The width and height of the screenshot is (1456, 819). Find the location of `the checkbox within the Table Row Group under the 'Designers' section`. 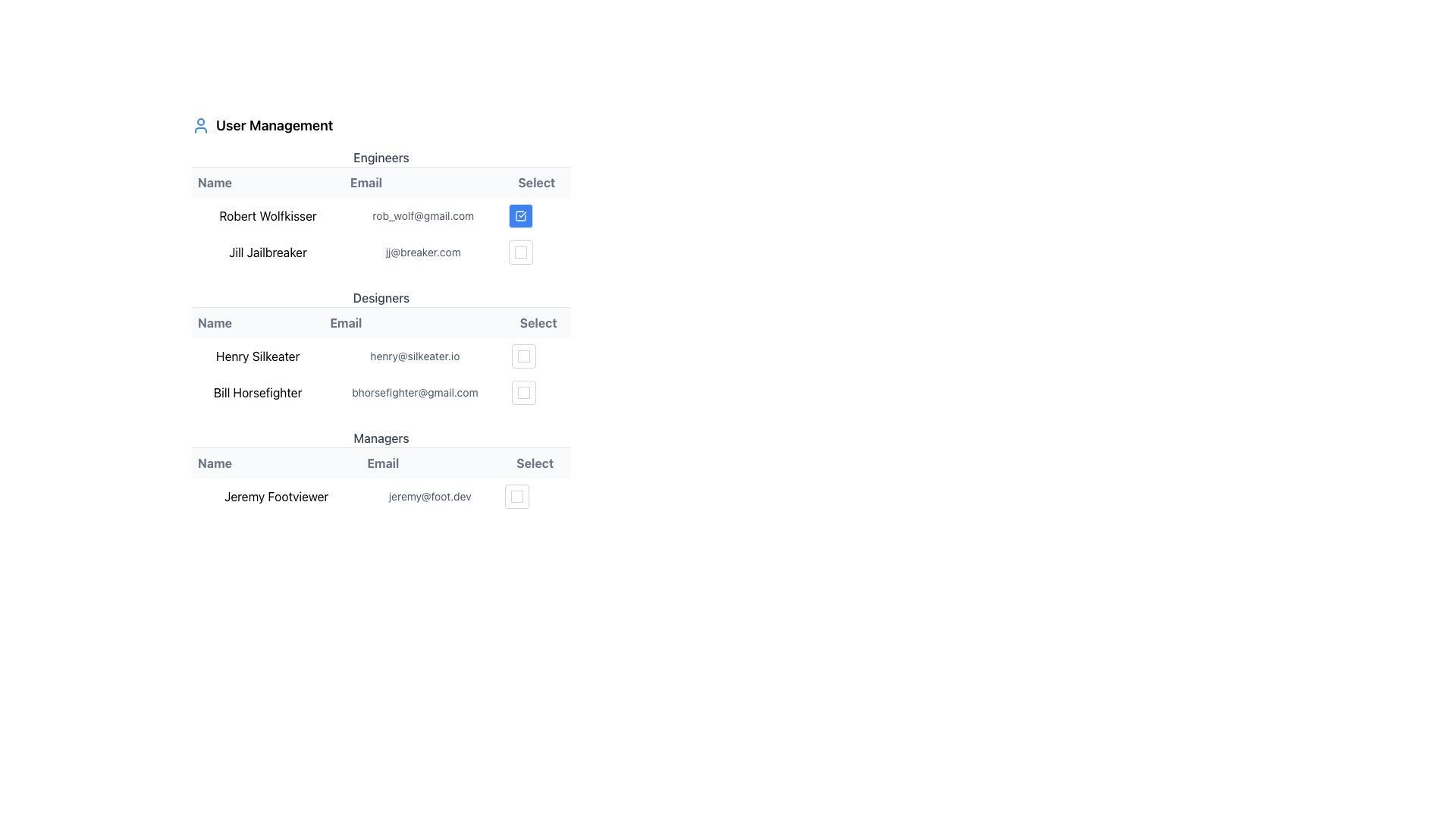

the checkbox within the Table Row Group under the 'Designers' section is located at coordinates (381, 374).